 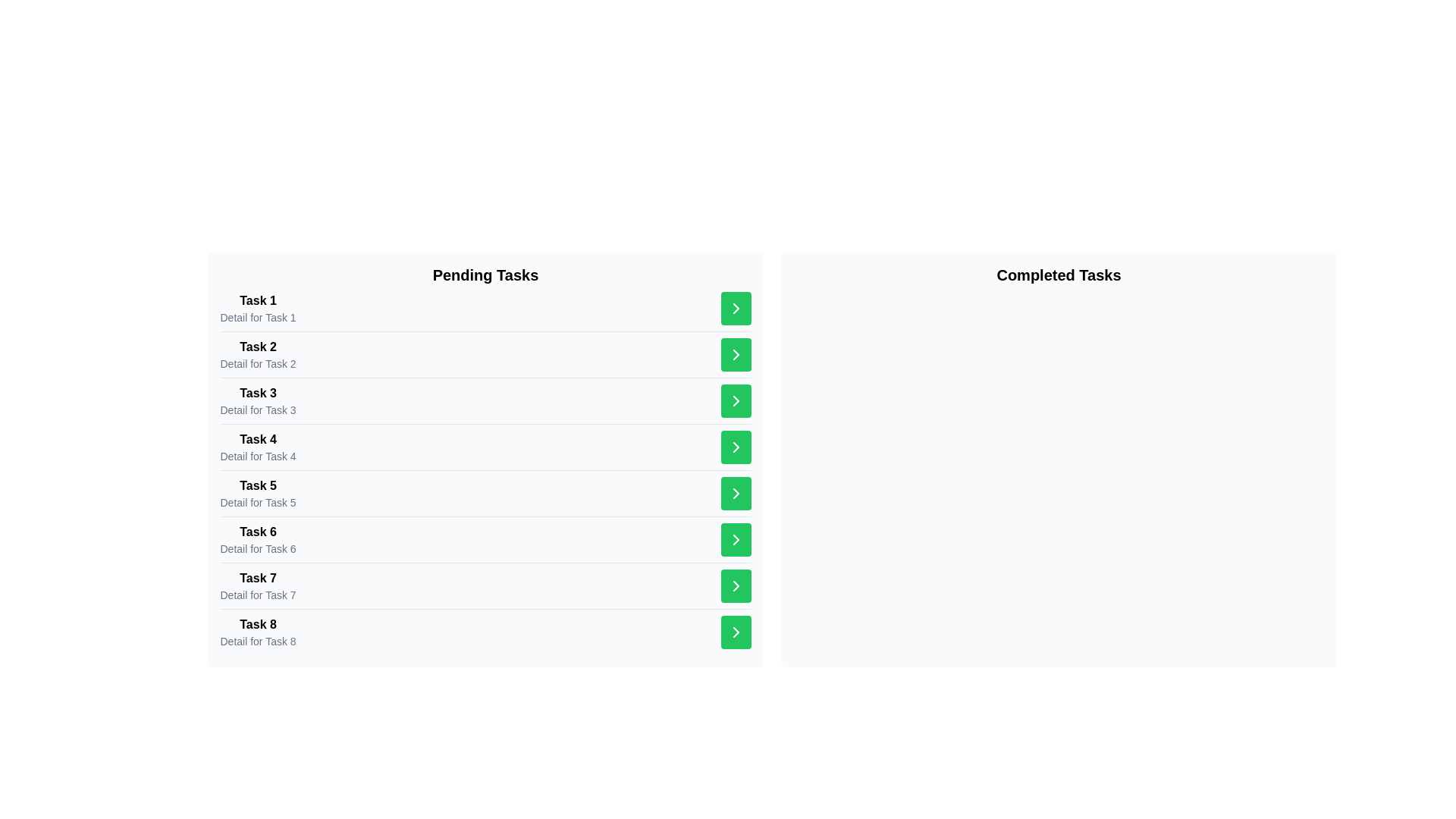 What do you see at coordinates (736, 539) in the screenshot?
I see `the button located in the sixth row of the 'Pending Tasks' list` at bounding box center [736, 539].